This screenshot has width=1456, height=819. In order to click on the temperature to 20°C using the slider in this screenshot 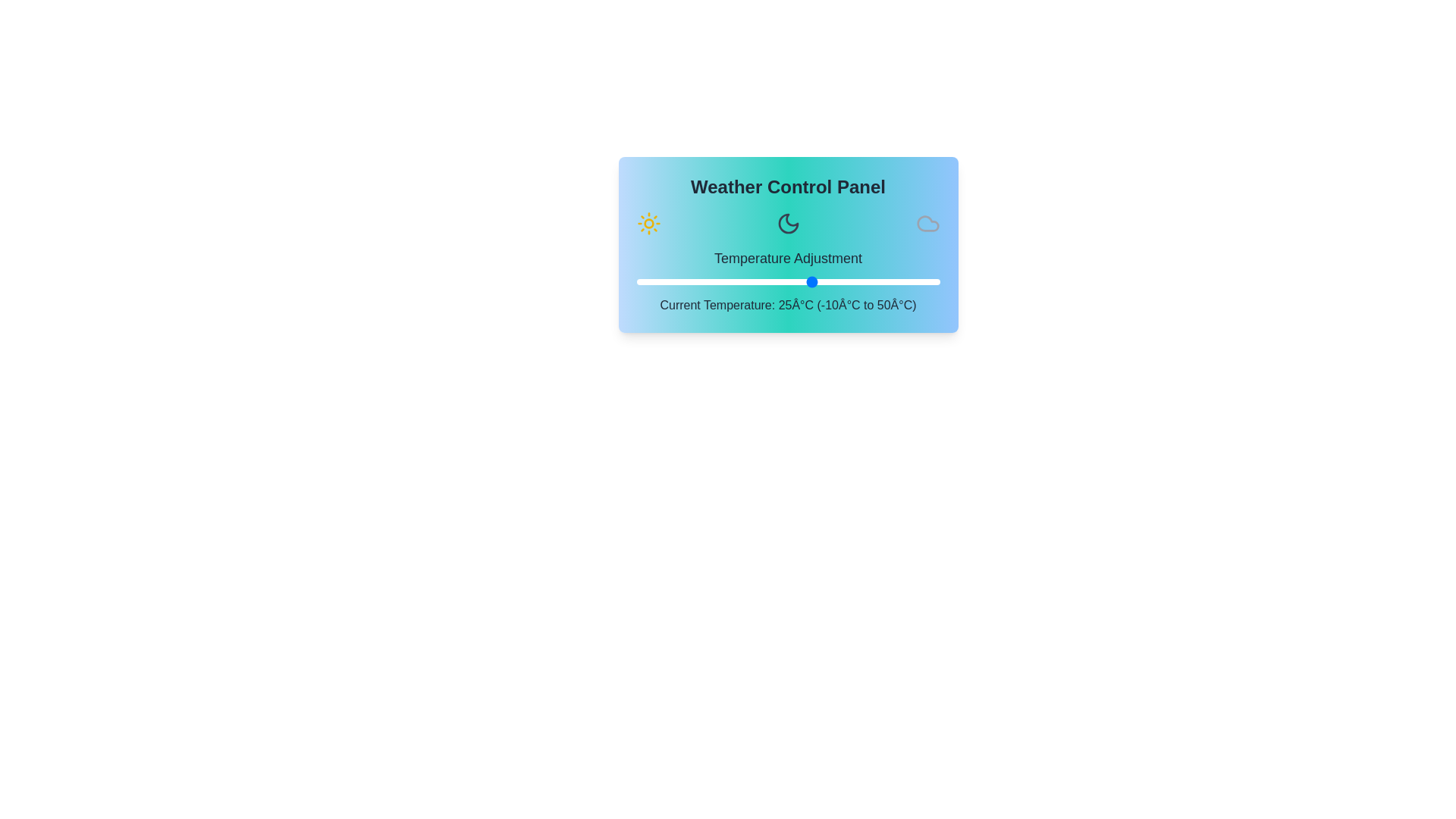, I will do `click(788, 281)`.